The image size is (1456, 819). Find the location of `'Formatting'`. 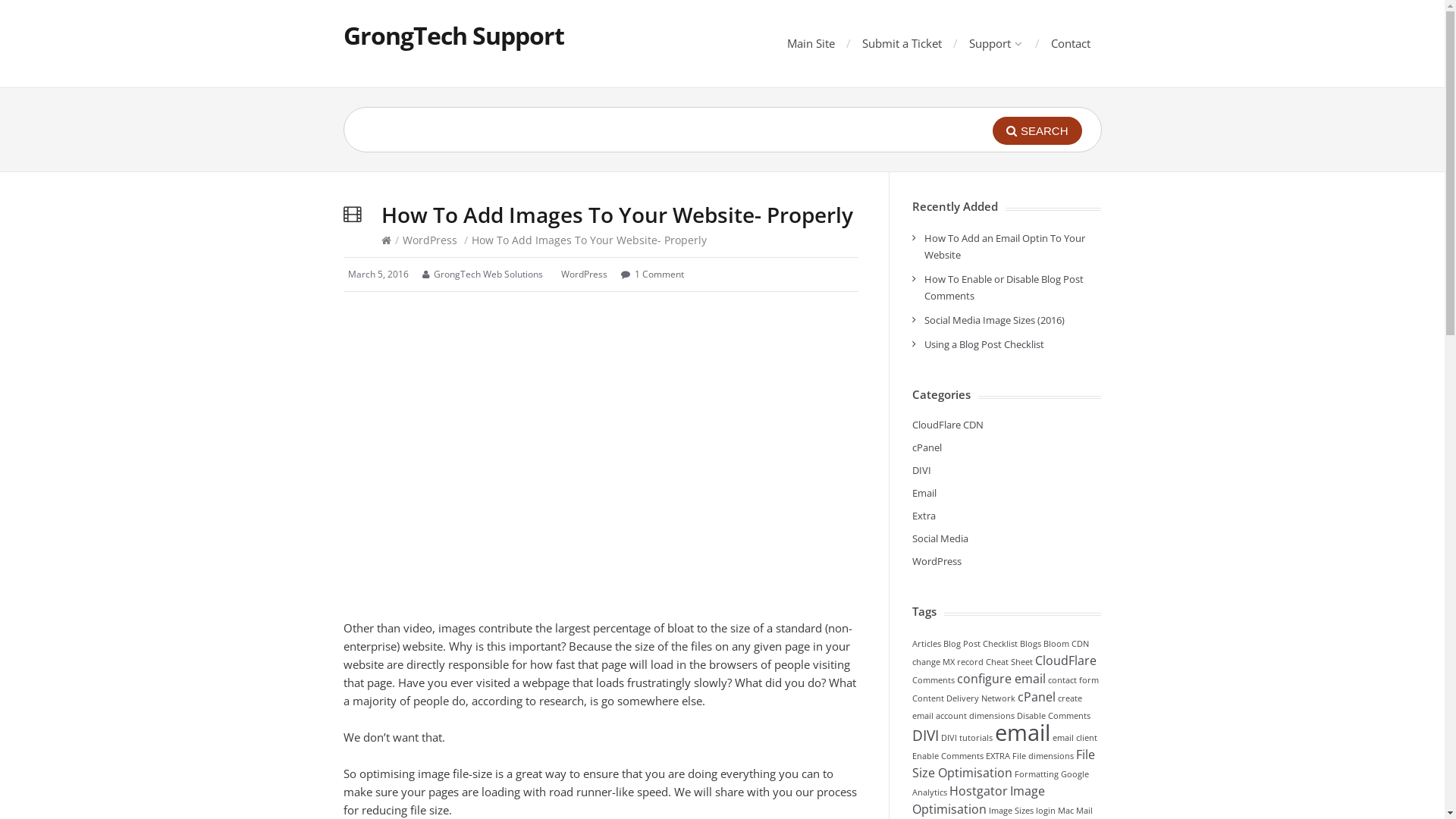

'Formatting' is located at coordinates (1036, 774).